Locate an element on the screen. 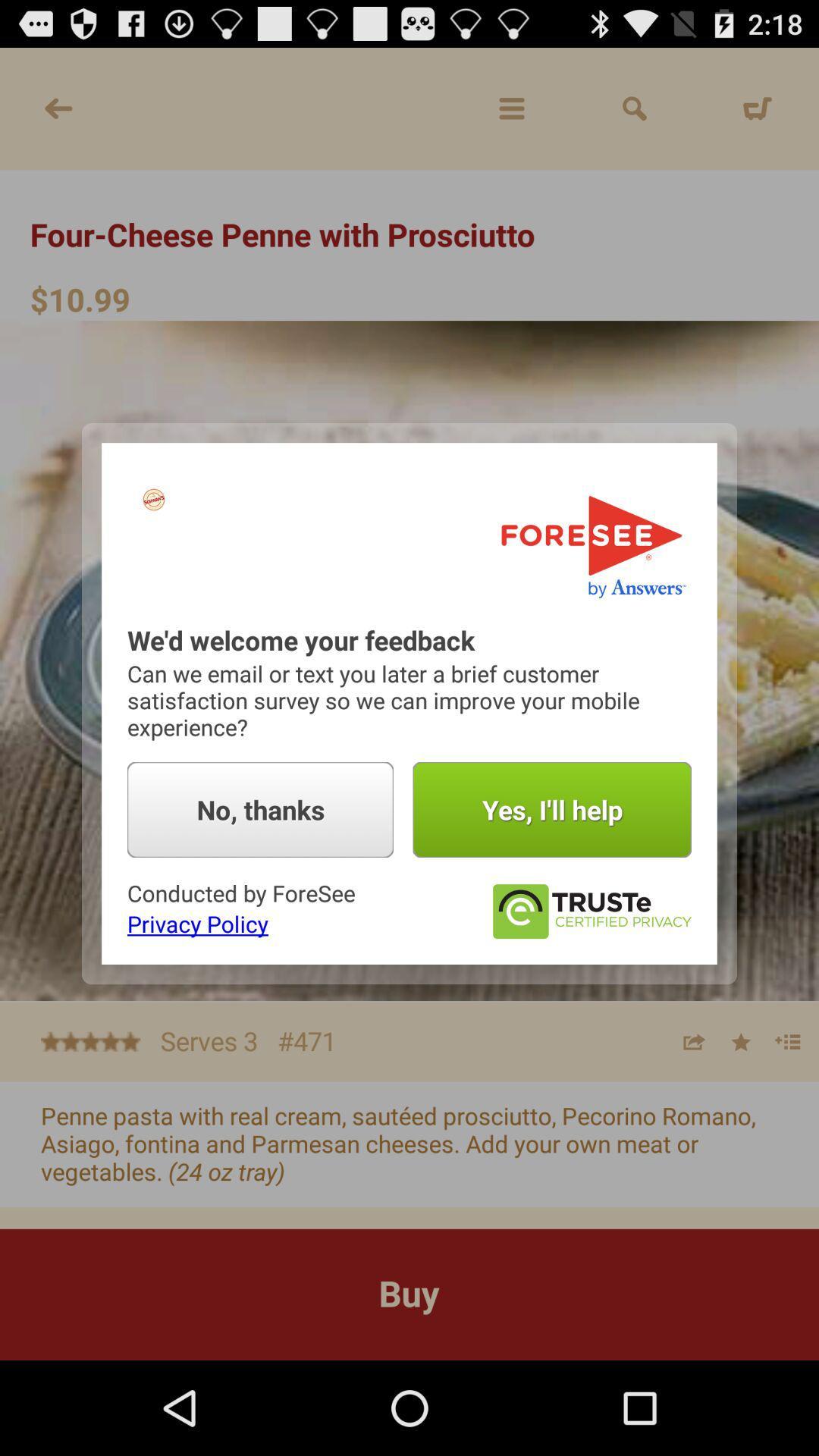  the privacy policy icon is located at coordinates (197, 923).